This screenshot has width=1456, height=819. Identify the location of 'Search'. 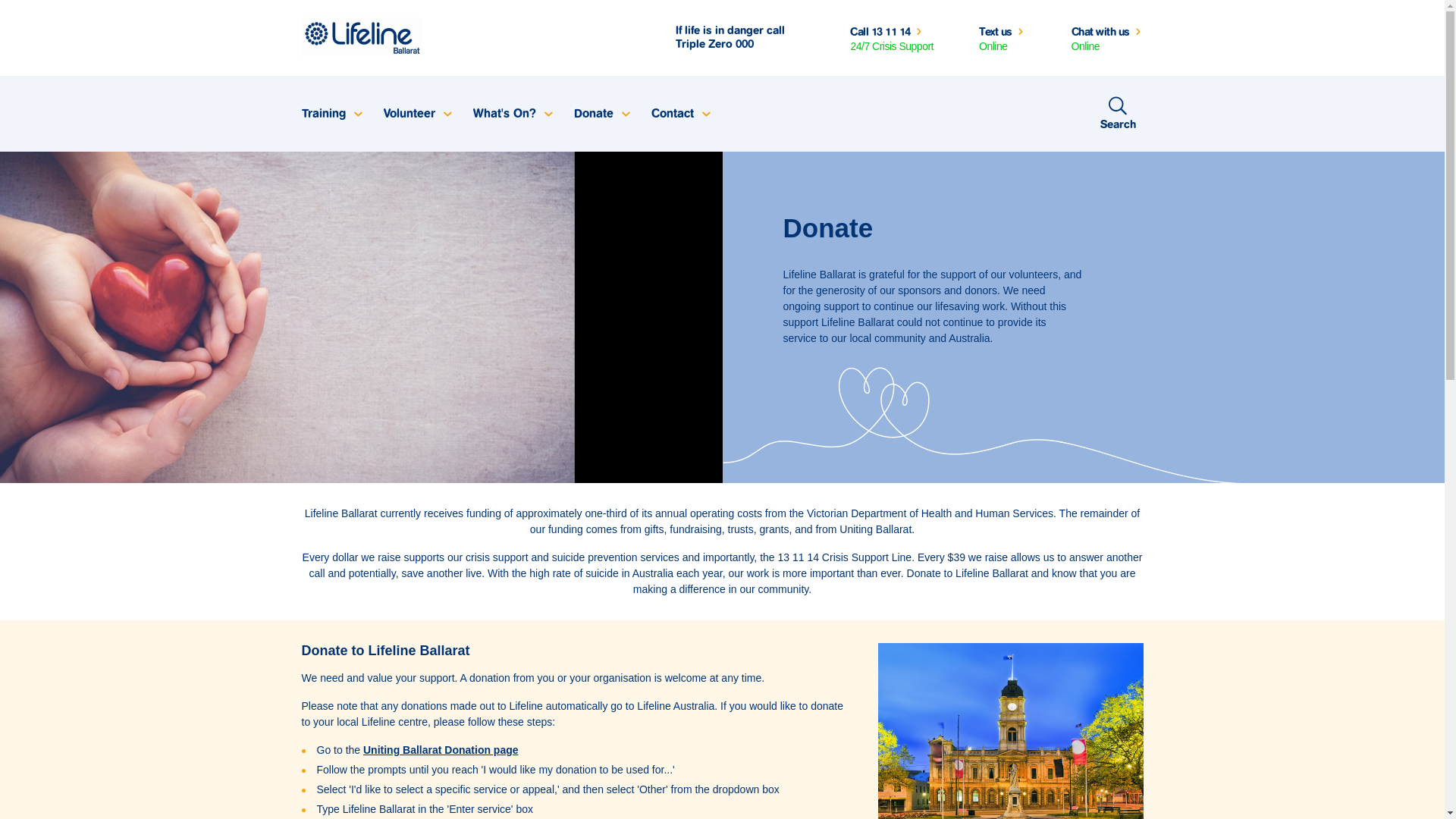
(1118, 113).